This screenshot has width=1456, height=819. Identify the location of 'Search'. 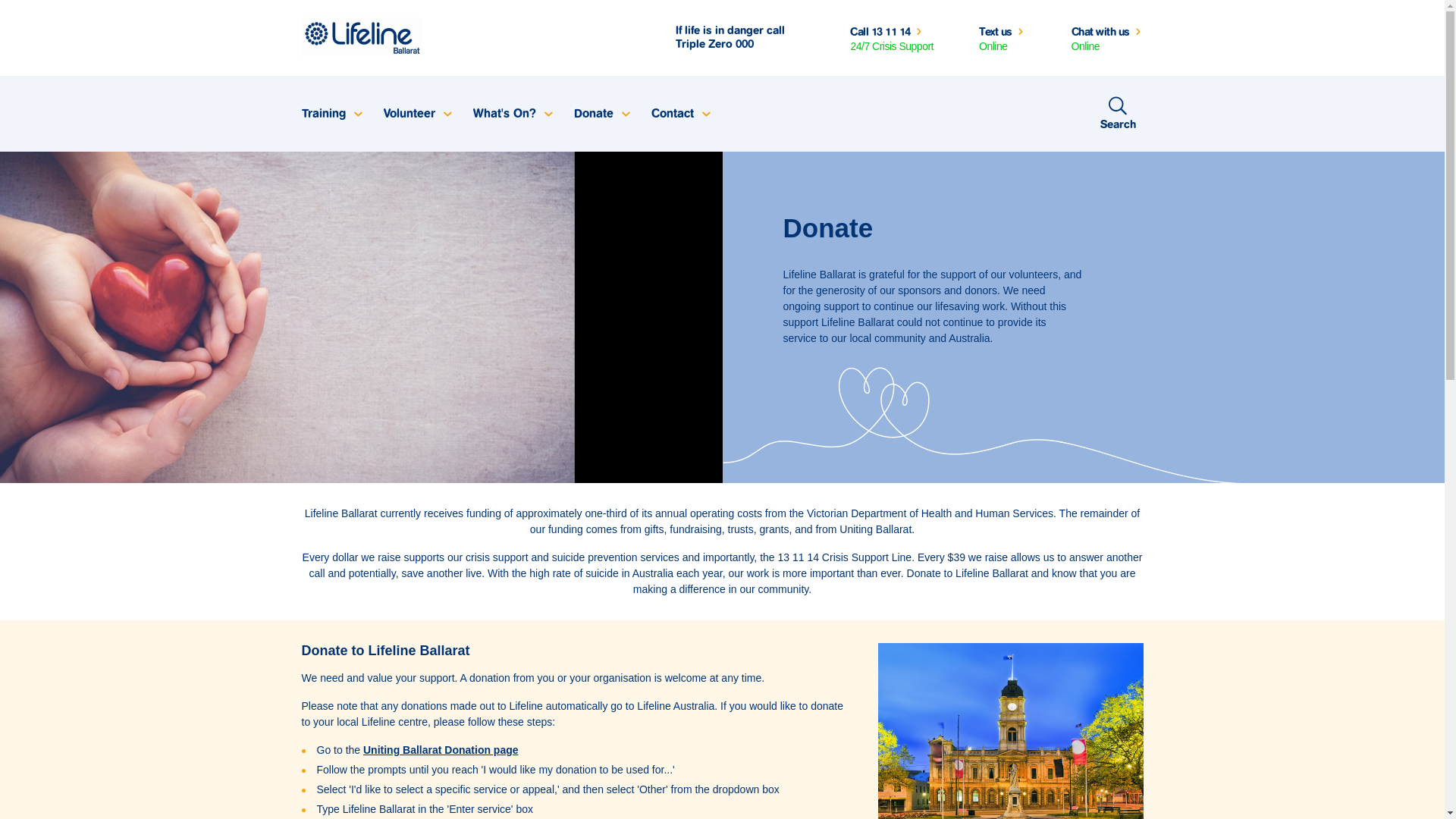
(1118, 113).